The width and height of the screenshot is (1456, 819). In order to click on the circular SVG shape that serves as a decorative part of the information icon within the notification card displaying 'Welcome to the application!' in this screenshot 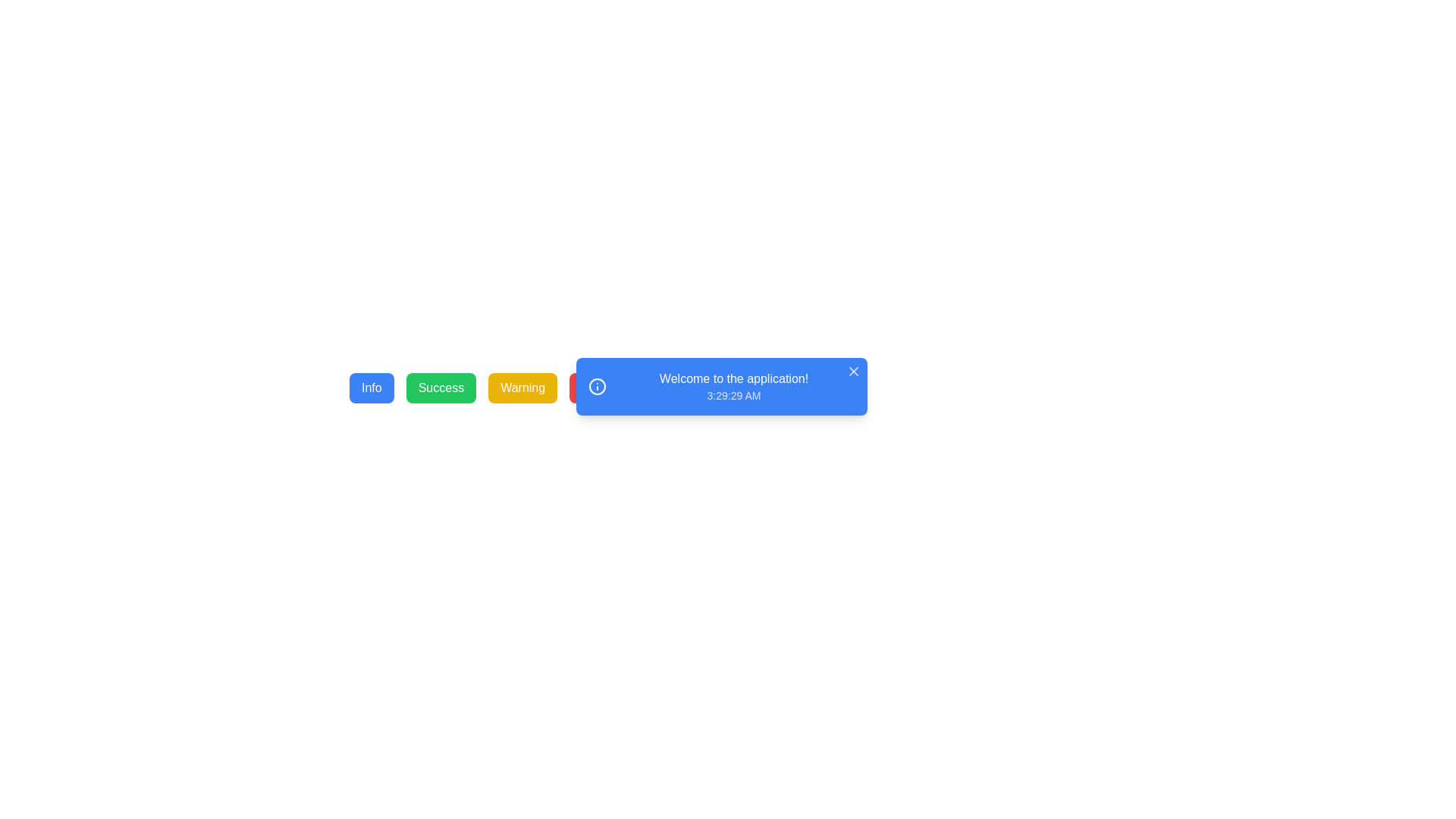, I will do `click(596, 385)`.